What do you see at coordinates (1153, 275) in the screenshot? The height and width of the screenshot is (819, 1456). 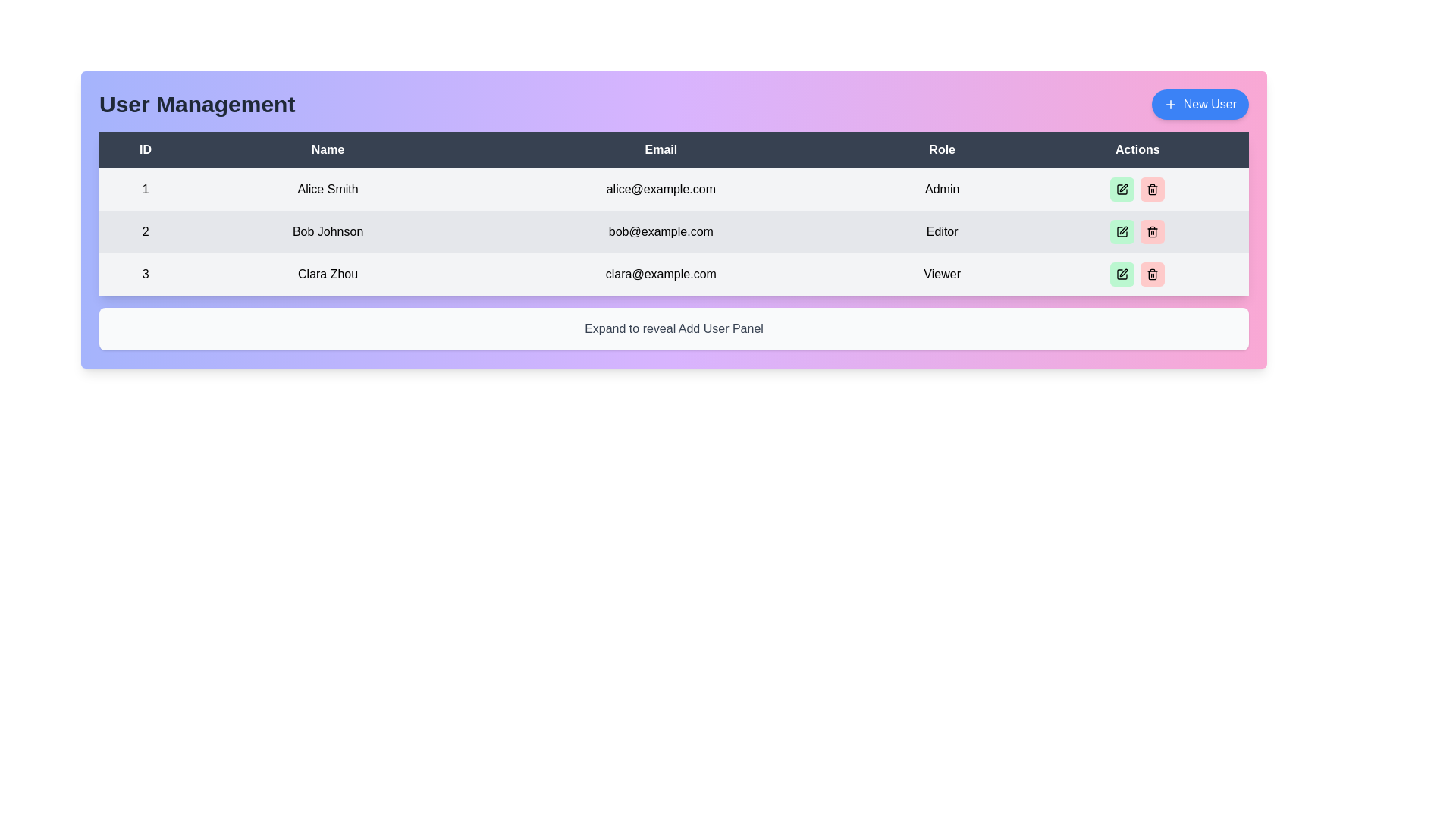 I see `the trash can icon within the red button in the 'Actions' column of the user management table` at bounding box center [1153, 275].